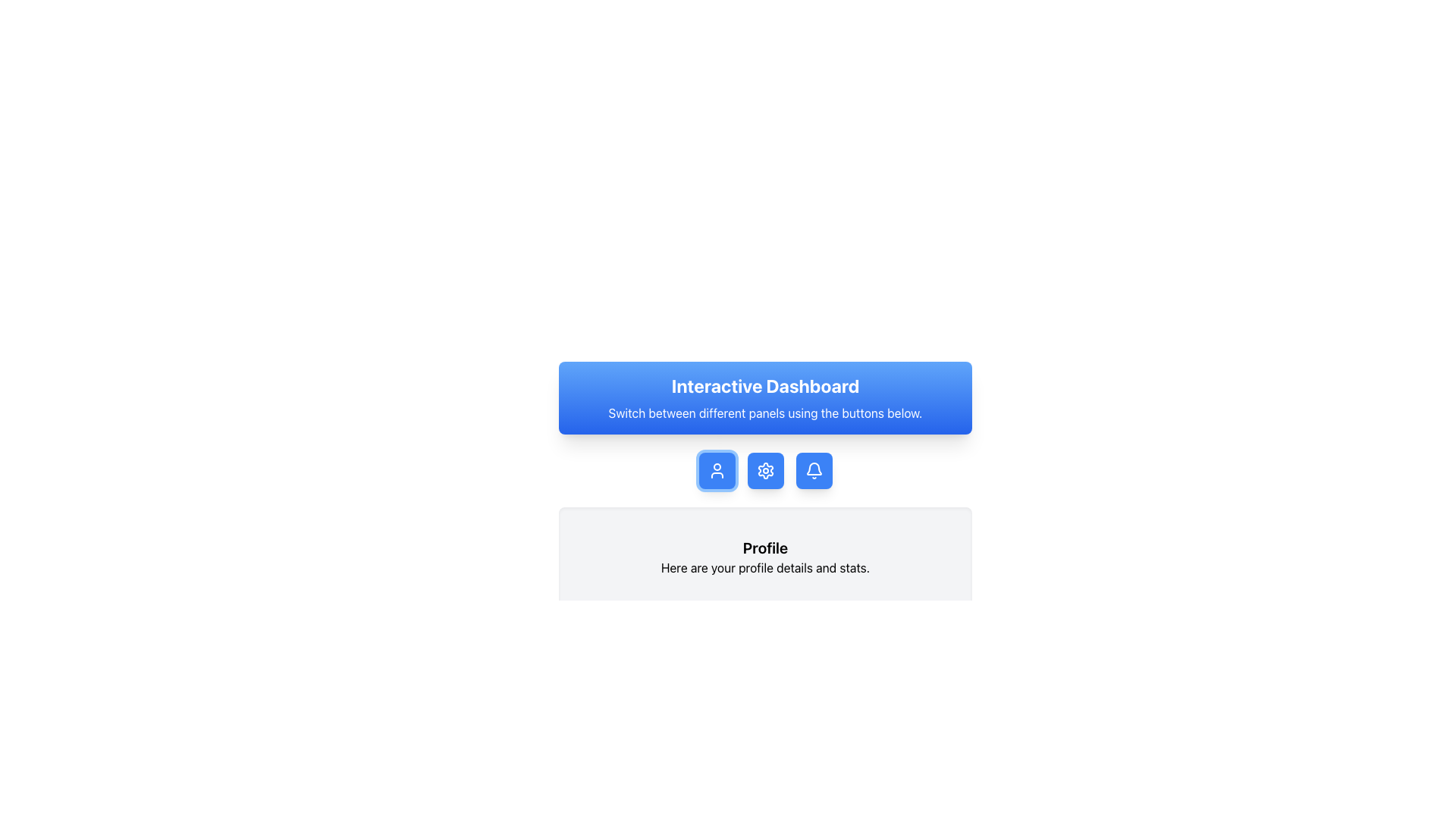 The image size is (1456, 819). I want to click on the blue notification button with a bell icon, so click(813, 470).